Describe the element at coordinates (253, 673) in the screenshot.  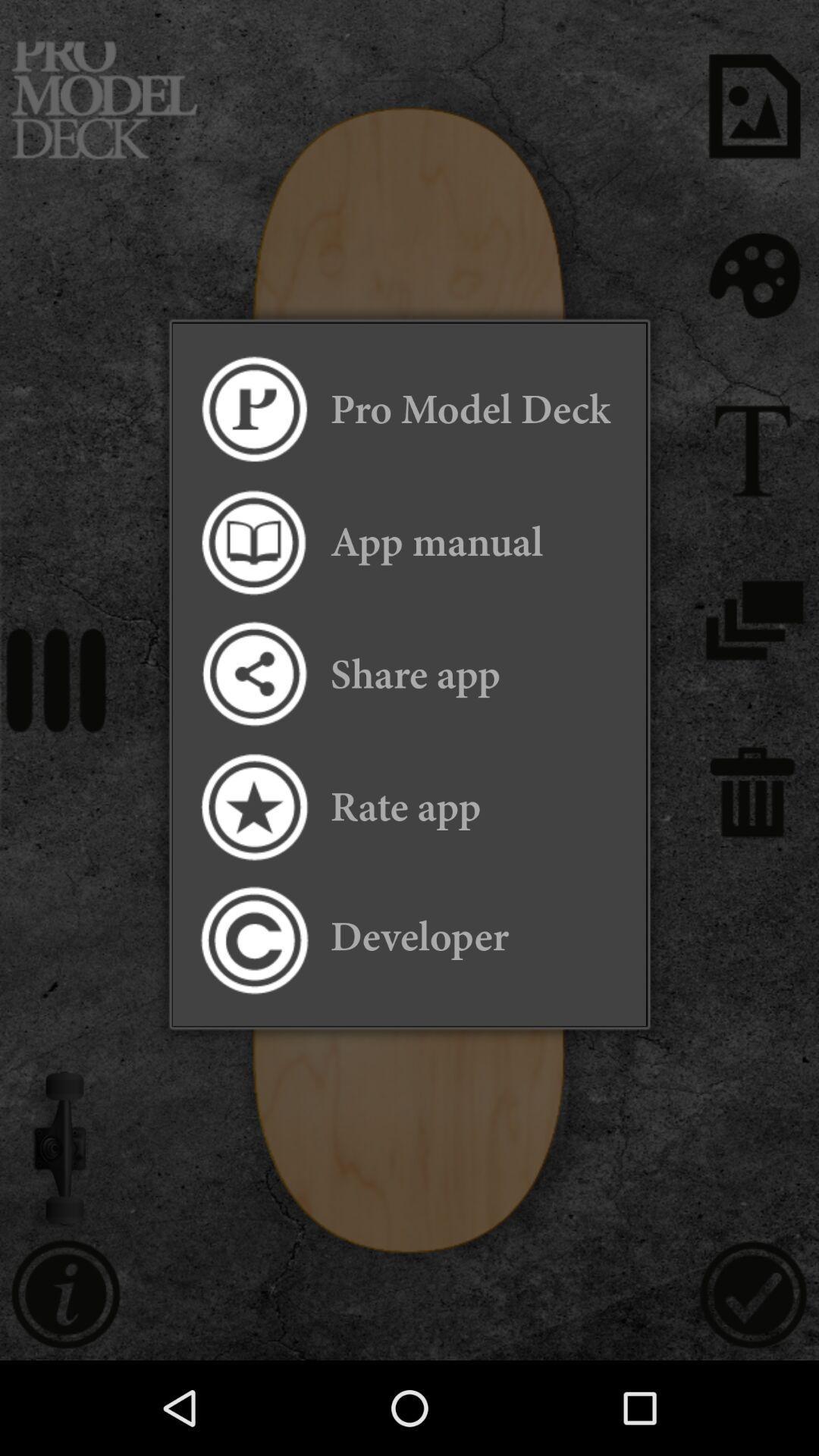
I see `app next to share app` at that location.